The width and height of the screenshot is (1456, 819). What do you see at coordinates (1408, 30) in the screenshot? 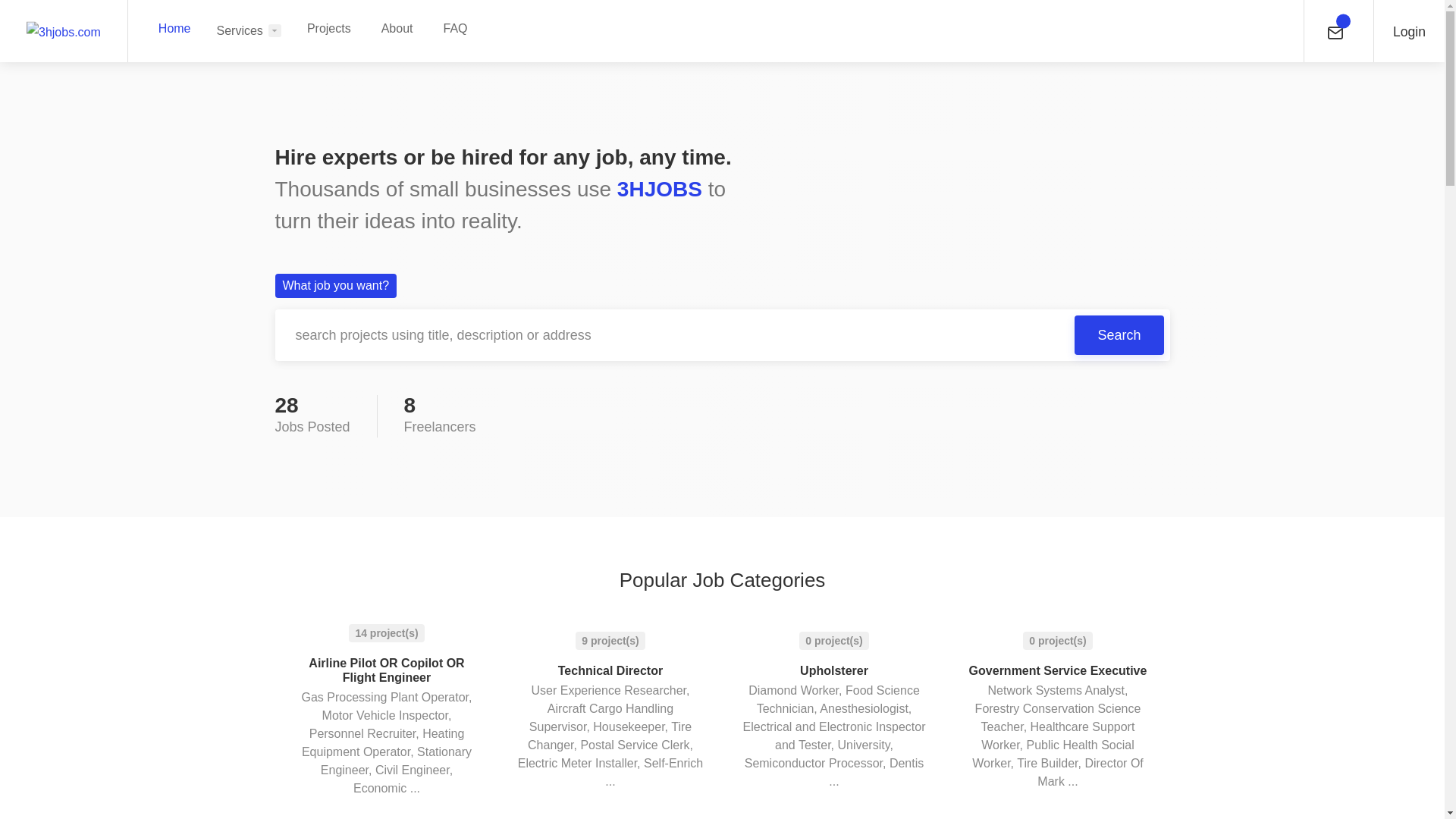
I see `'Login'` at bounding box center [1408, 30].